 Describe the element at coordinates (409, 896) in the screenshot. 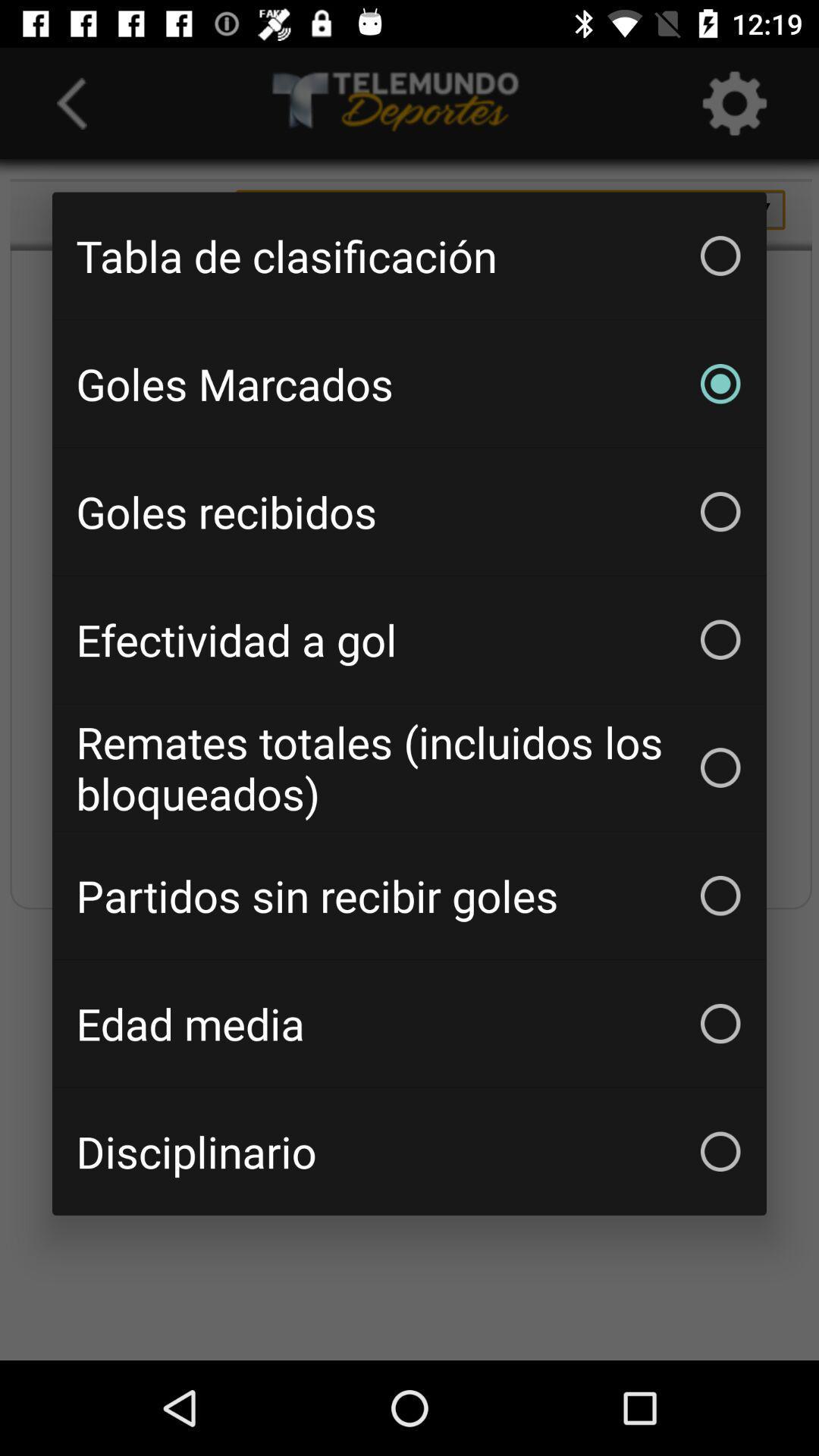

I see `the icon above edad media icon` at that location.